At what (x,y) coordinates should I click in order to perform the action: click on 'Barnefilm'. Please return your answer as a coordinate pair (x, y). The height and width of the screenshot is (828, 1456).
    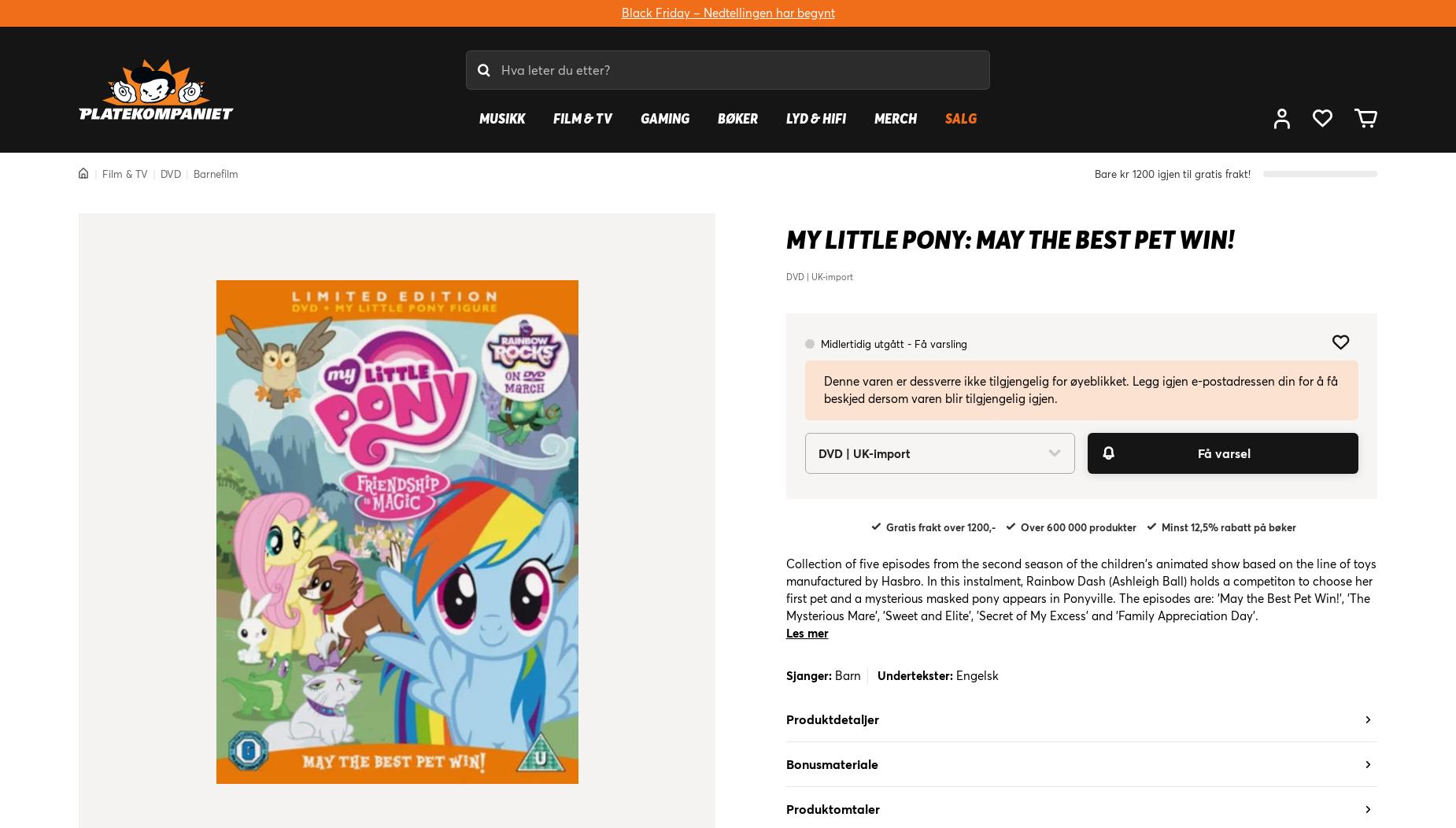
    Looking at the image, I should click on (193, 173).